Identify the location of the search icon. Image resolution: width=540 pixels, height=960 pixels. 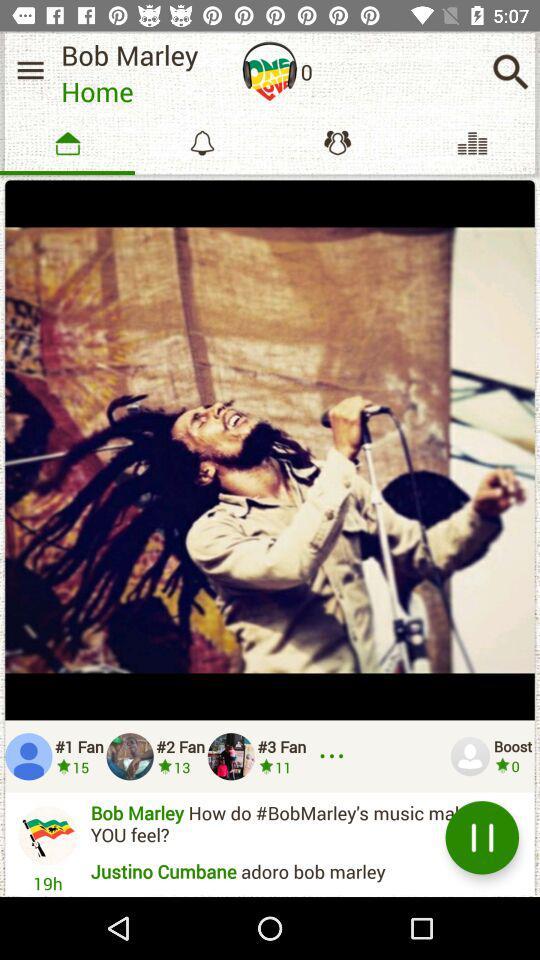
(510, 71).